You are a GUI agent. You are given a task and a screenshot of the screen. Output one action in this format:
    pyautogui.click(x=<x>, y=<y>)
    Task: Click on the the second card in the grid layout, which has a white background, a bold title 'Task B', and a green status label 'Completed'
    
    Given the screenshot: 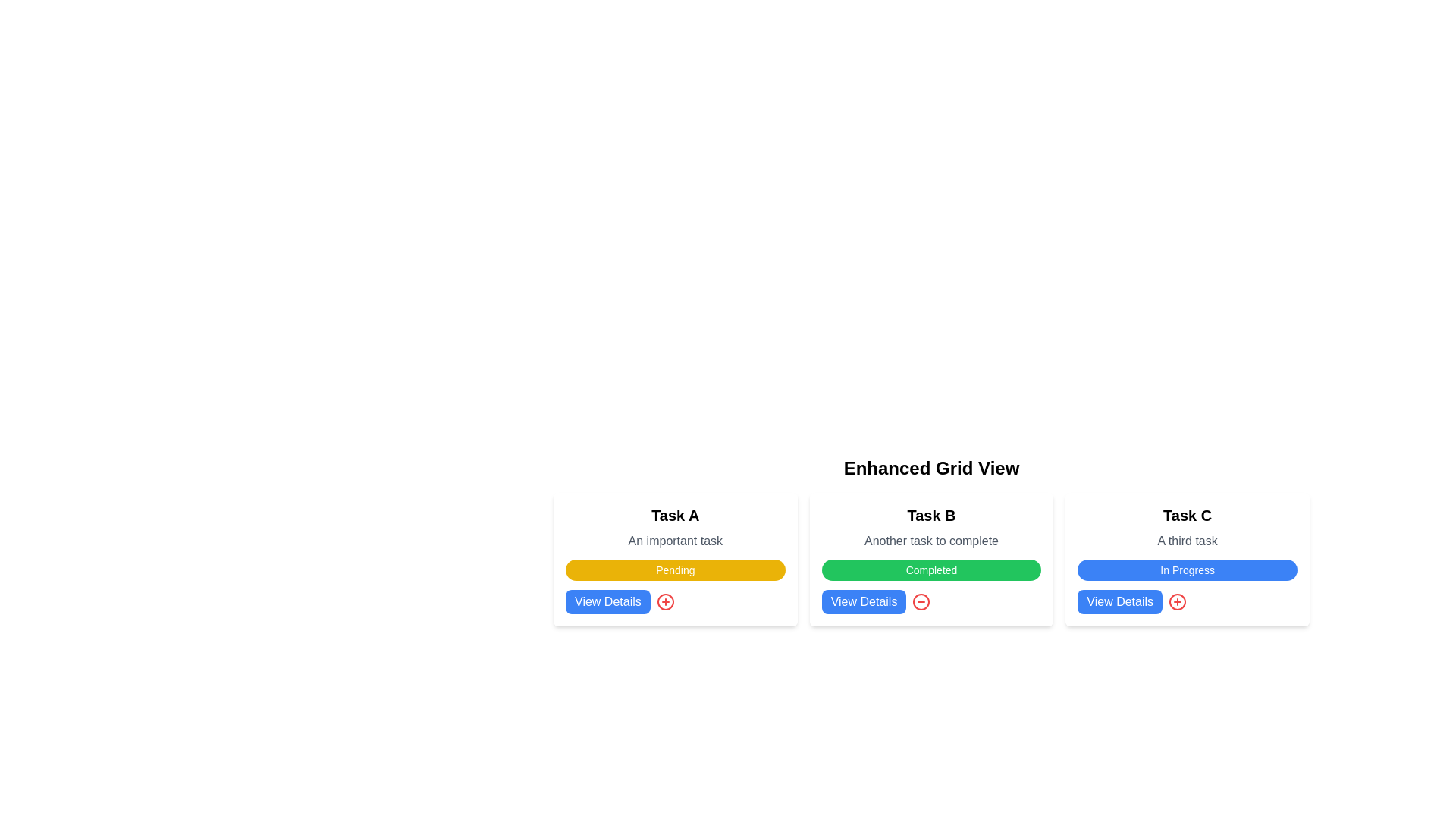 What is the action you would take?
    pyautogui.click(x=930, y=559)
    